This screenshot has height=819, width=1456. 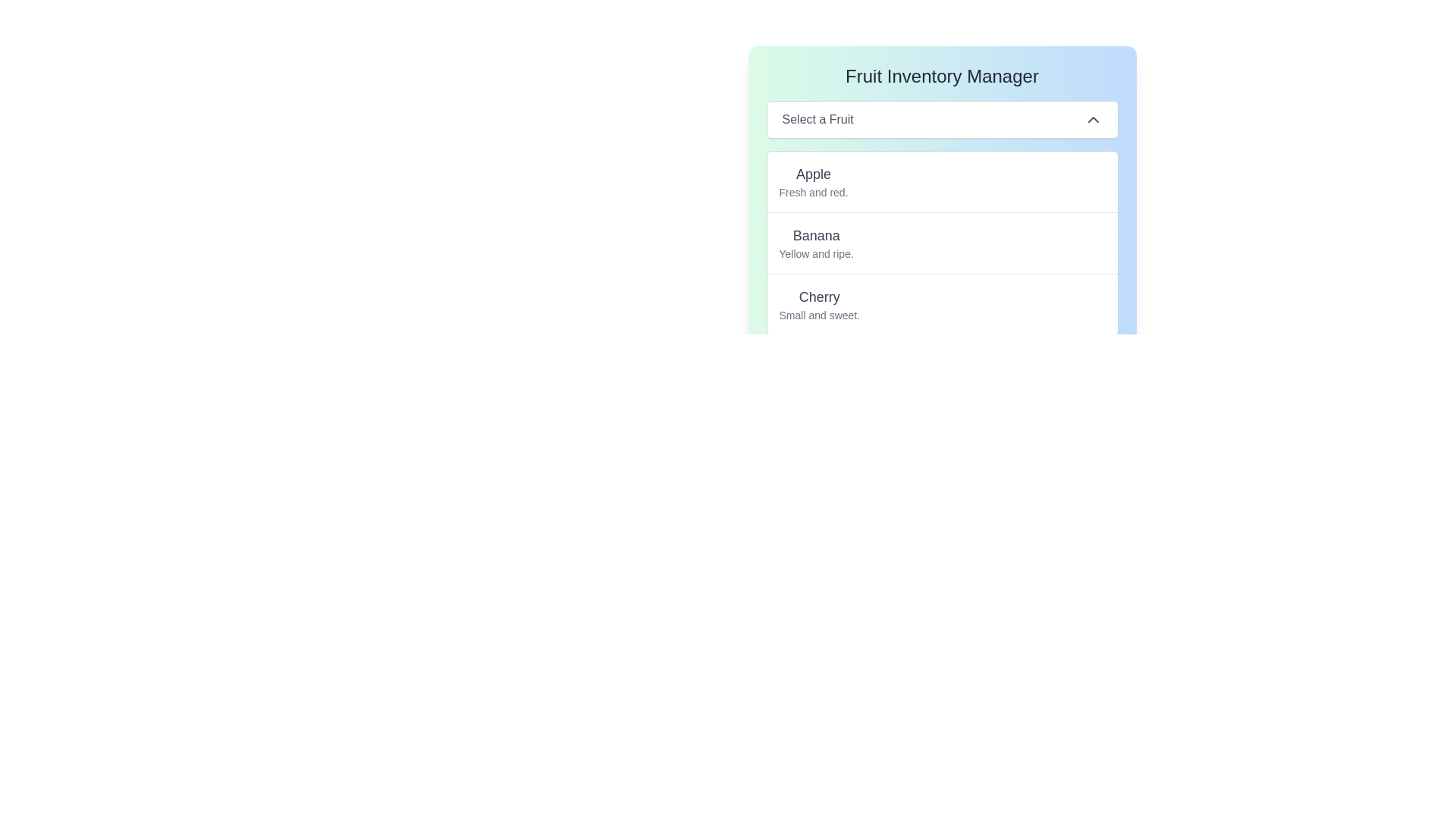 I want to click on on the 'Apple' text display, which is the first item in the dropdown menu under the header 'Select a Fruit', so click(x=813, y=180).